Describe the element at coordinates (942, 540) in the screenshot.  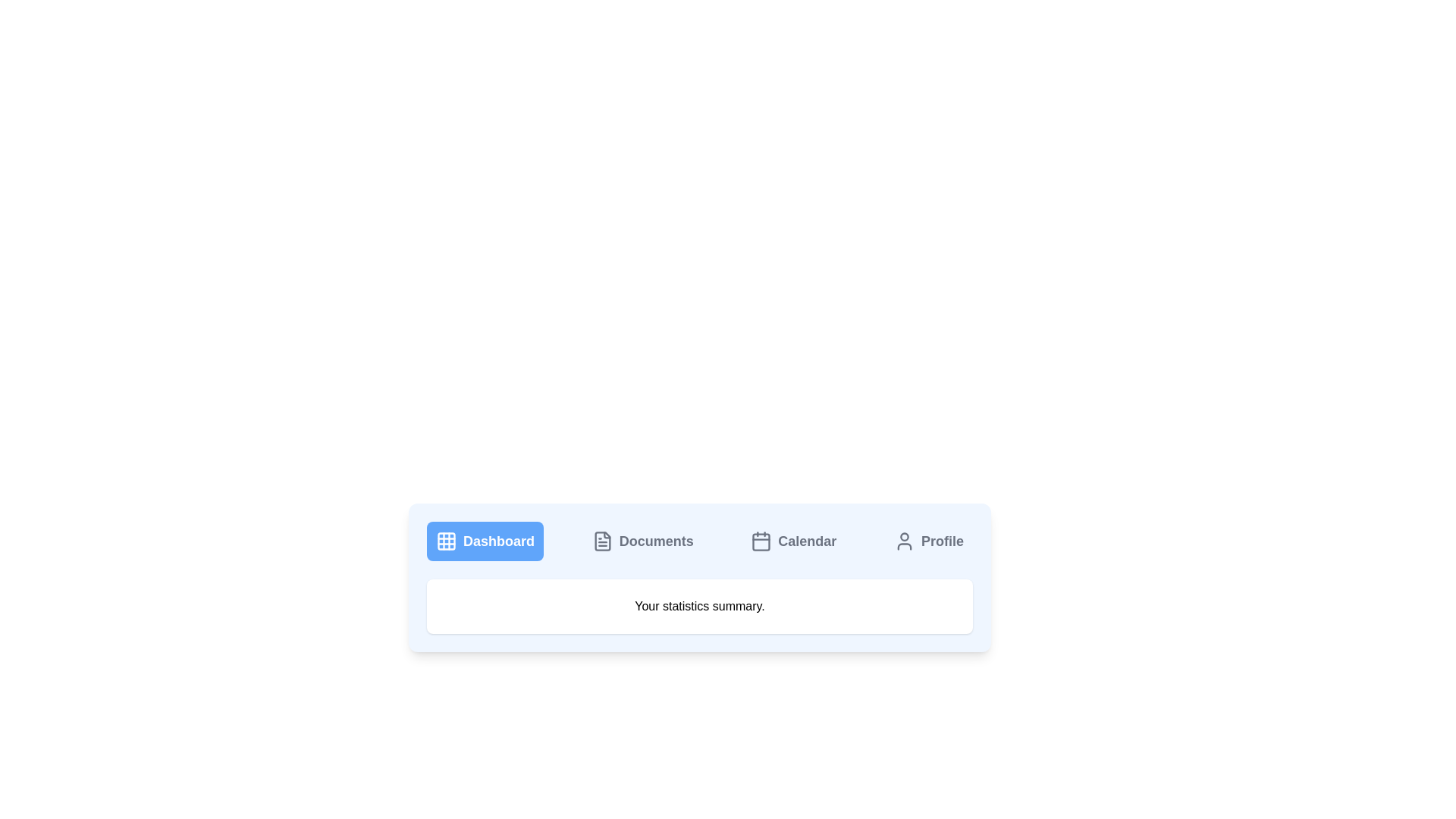
I see `the text label` at that location.